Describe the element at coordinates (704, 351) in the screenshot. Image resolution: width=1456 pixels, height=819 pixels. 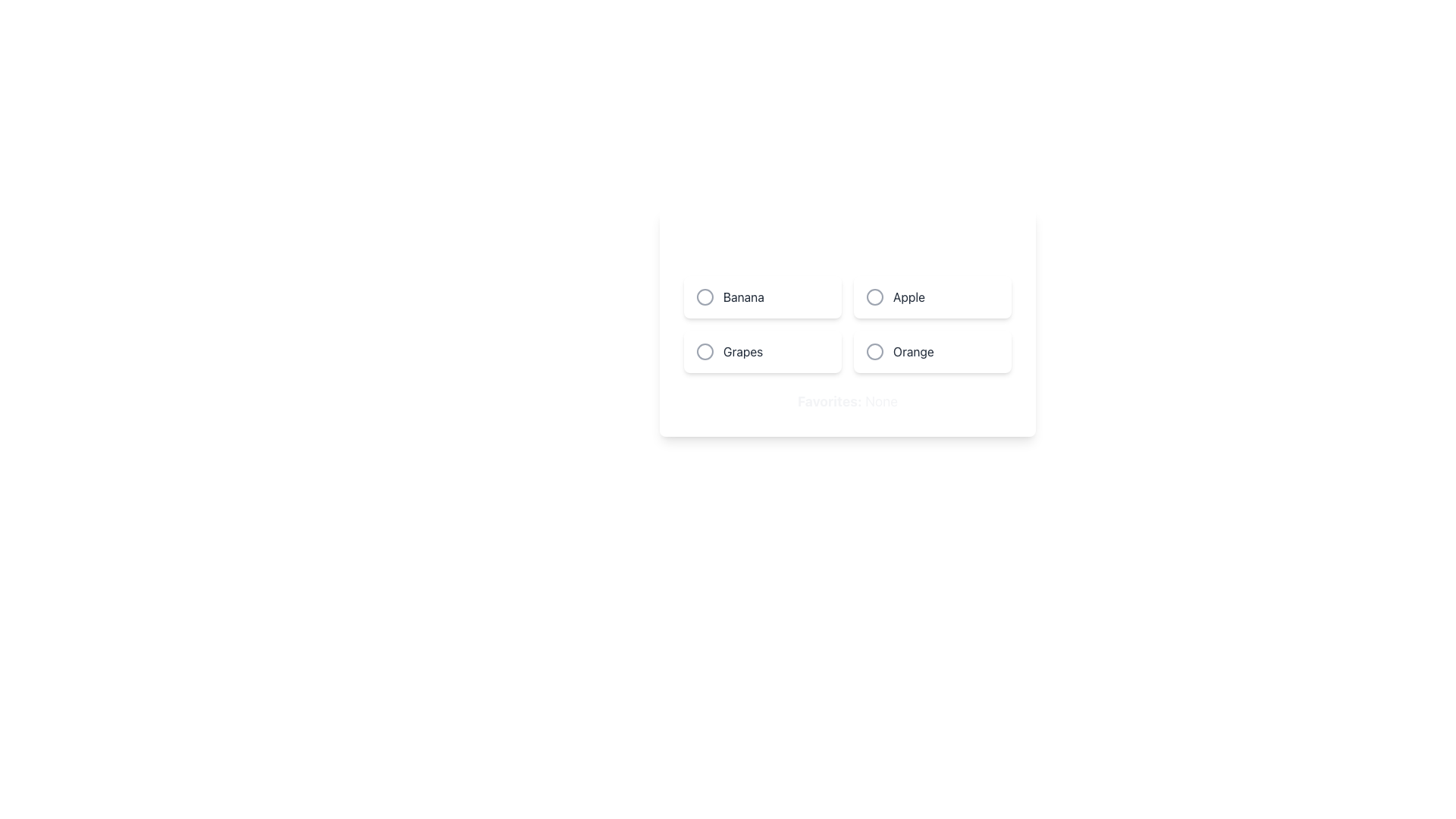
I see `the SVG circle representing the unselected state of the 'Grapes' radio button option located in the second row, first column of a 2x2 grid` at that location.